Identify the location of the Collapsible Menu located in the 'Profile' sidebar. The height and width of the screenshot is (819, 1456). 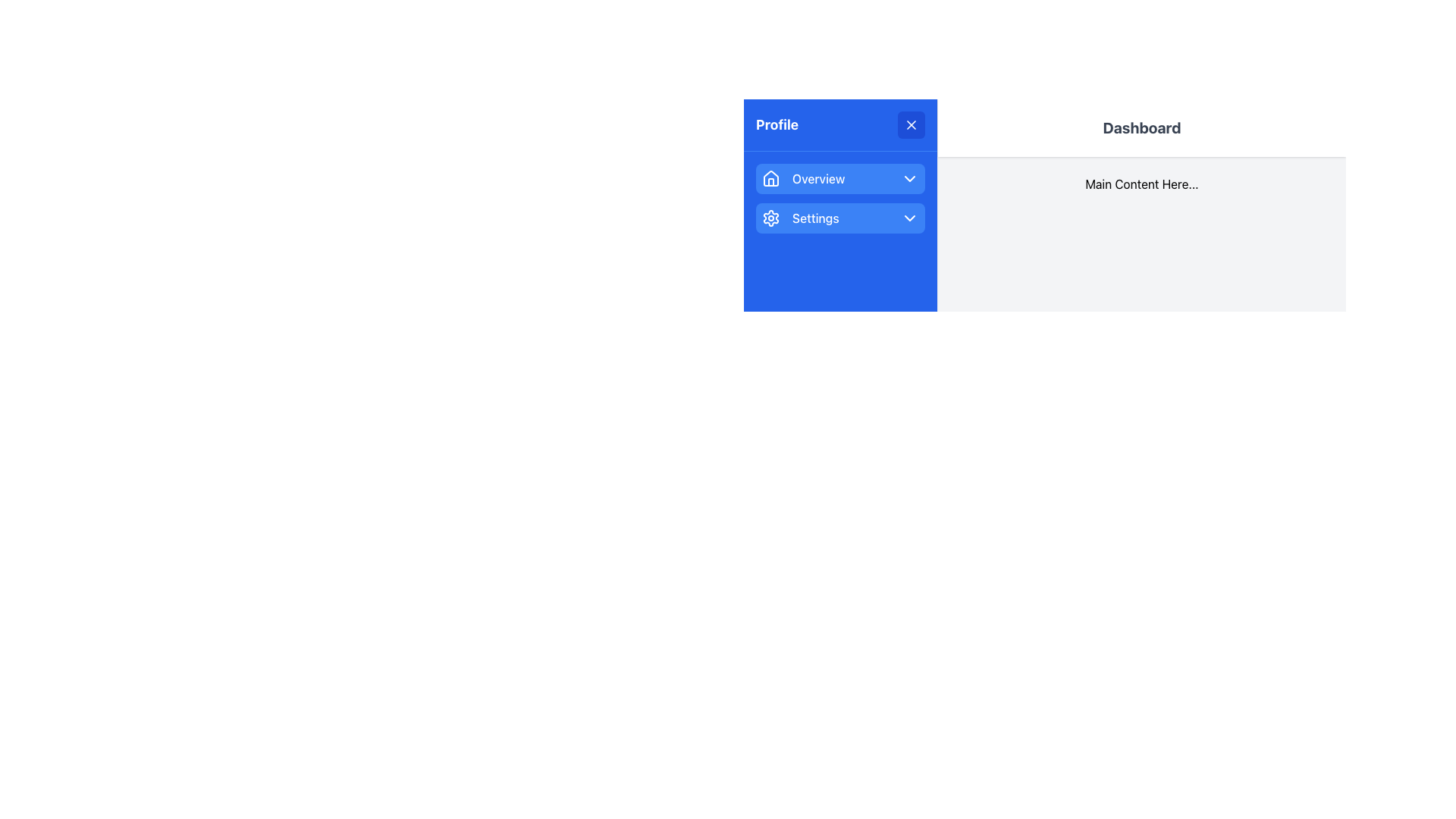
(839, 198).